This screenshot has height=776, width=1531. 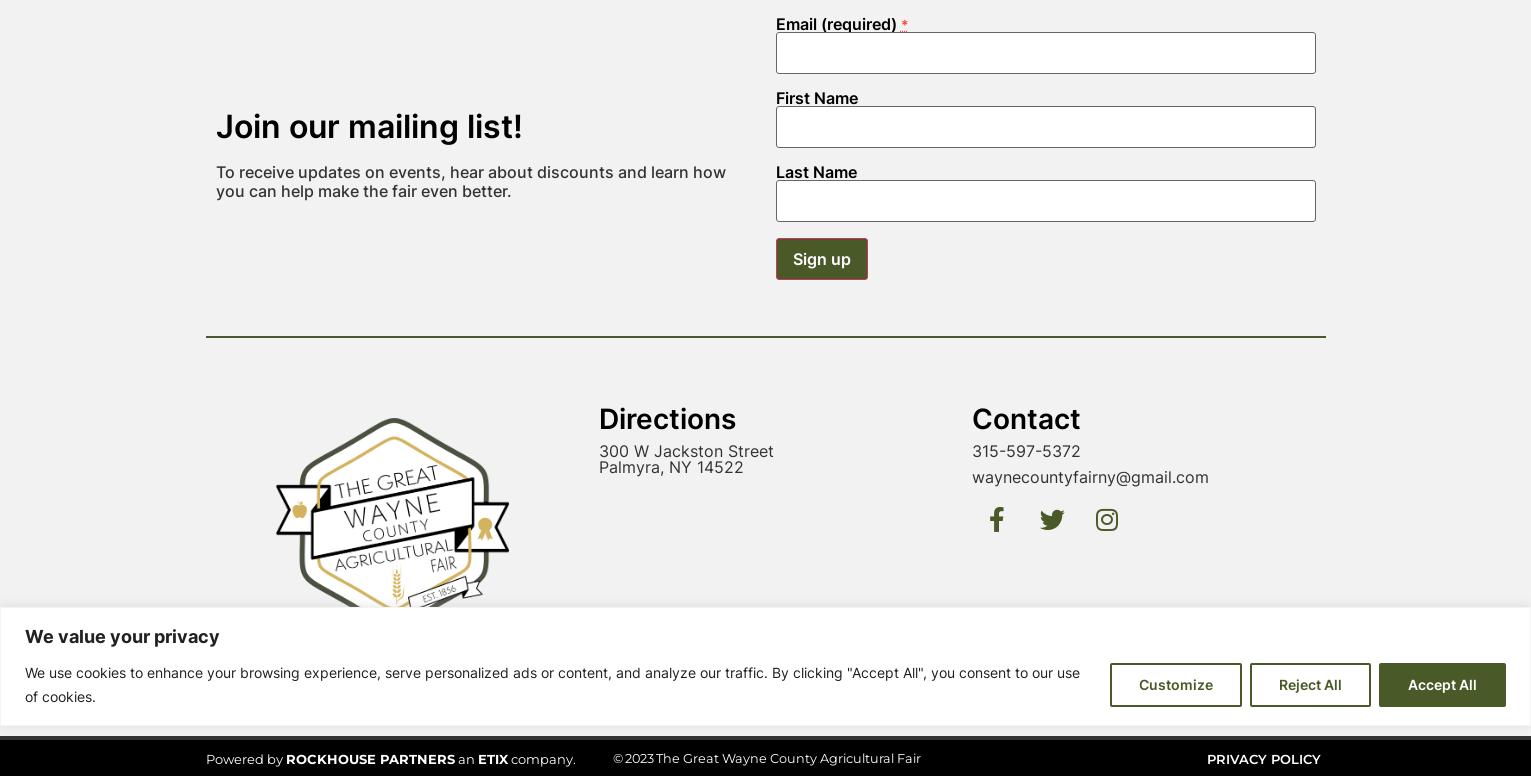 I want to click on 'Directions', so click(x=665, y=139).